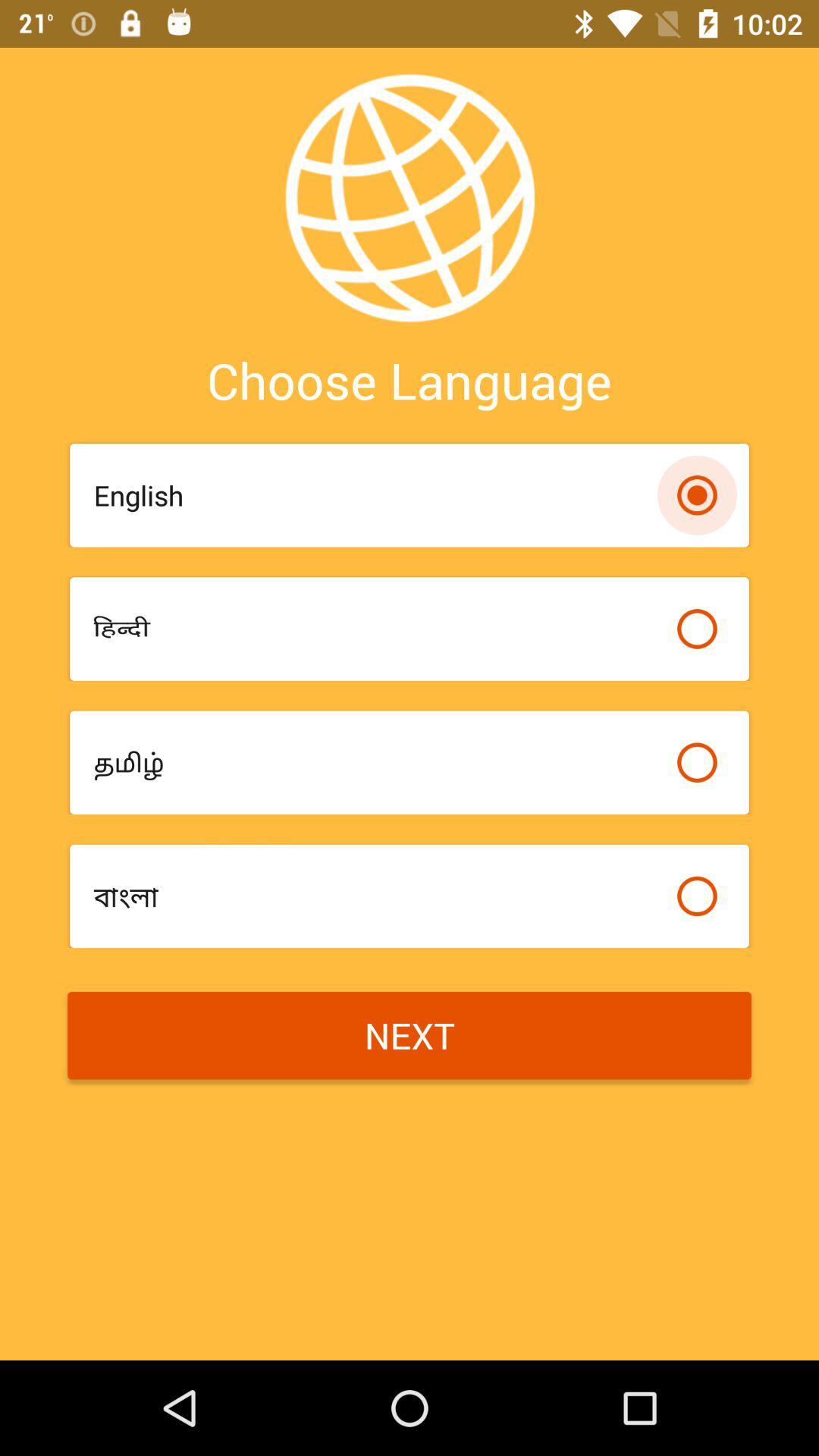 The width and height of the screenshot is (819, 1456). Describe the element at coordinates (697, 629) in the screenshot. I see `language` at that location.